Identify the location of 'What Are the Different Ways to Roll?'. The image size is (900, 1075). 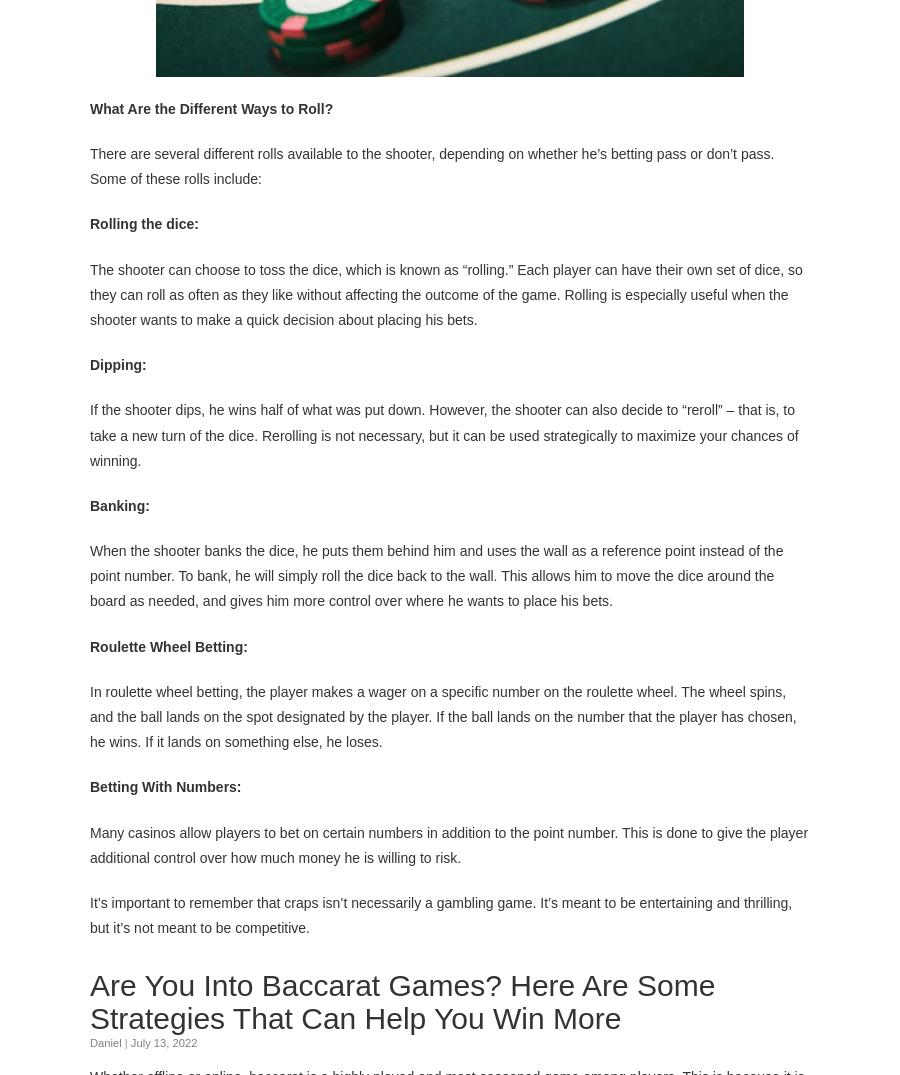
(213, 105).